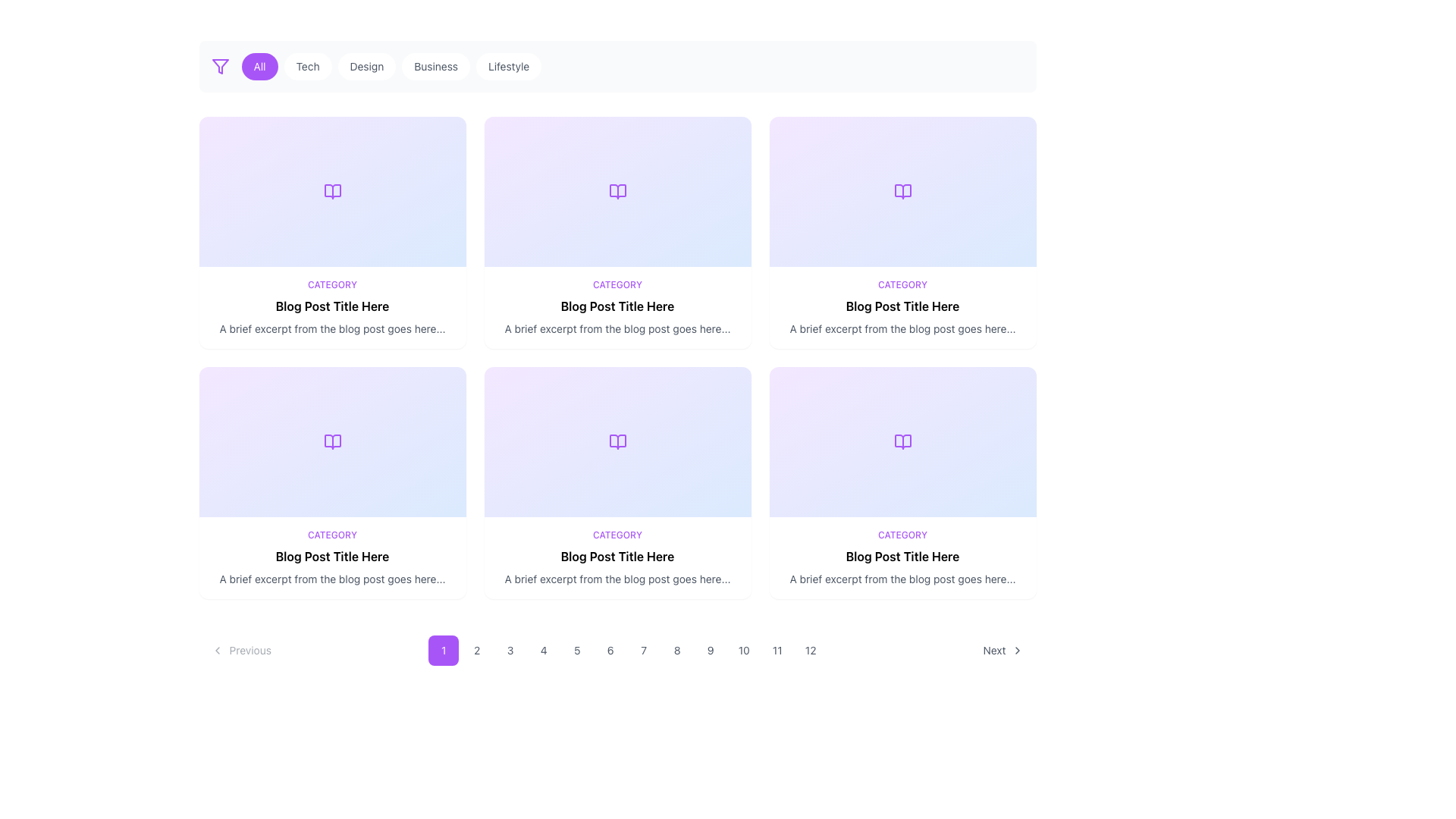 The image size is (1456, 819). What do you see at coordinates (617, 191) in the screenshot?
I see `the purple book icon styled in a vector graphic with rounded edges located in the center of the second card on the top row of the blog post grid` at bounding box center [617, 191].